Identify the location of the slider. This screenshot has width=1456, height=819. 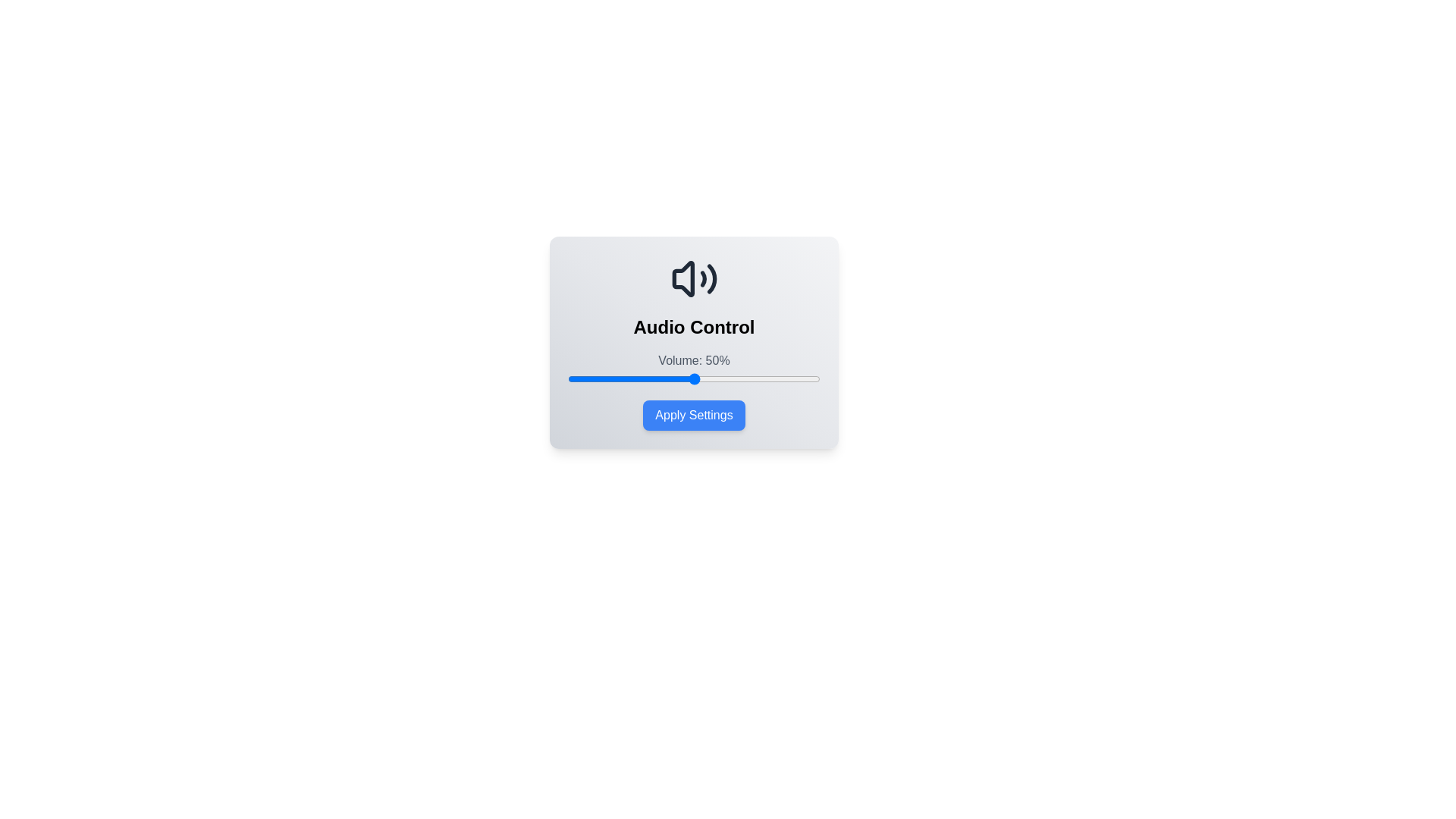
(734, 378).